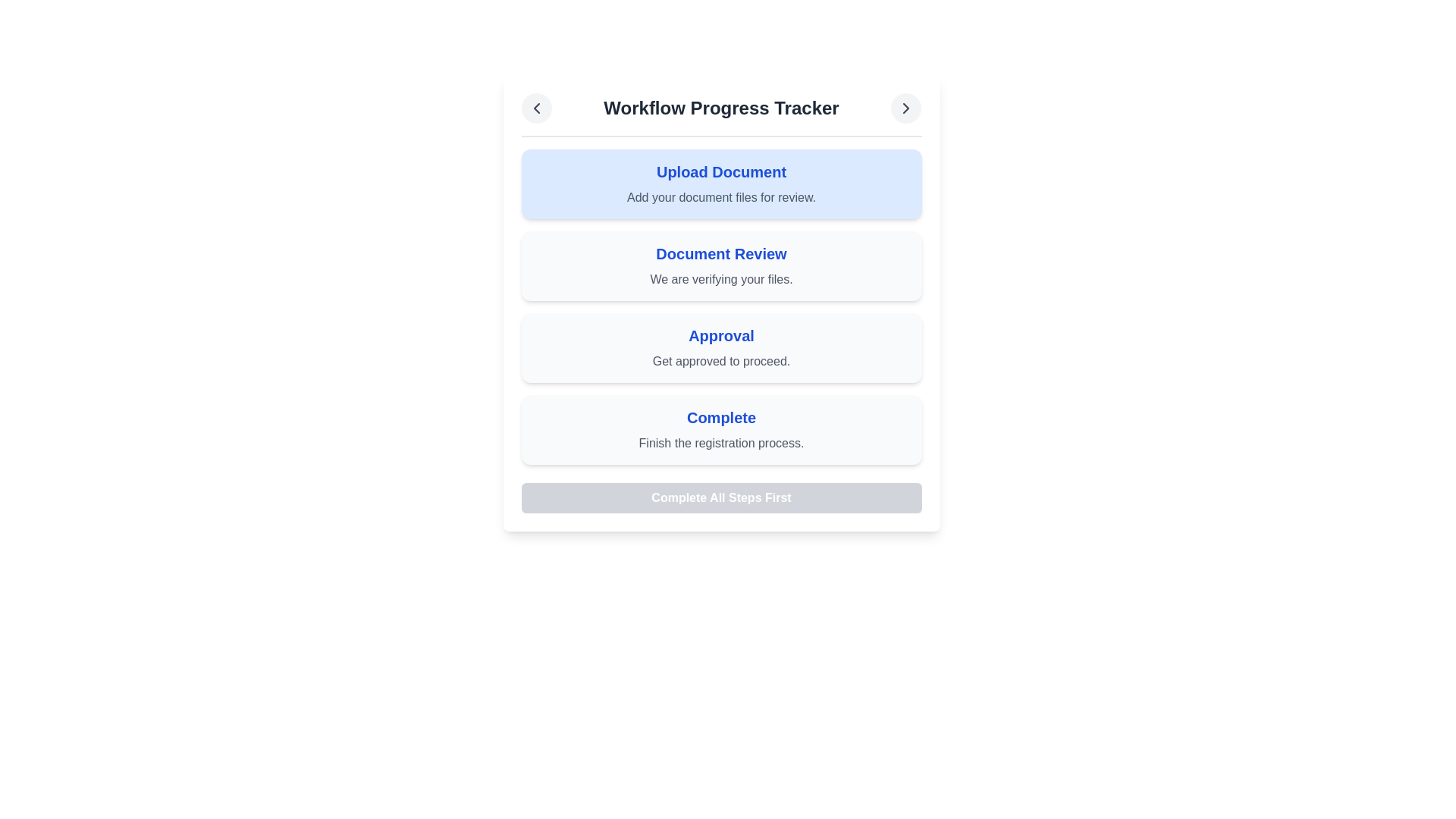 This screenshot has width=1456, height=819. What do you see at coordinates (906, 107) in the screenshot?
I see `the chevron icon located on the right side of the 'Workflow Progress Tracker' header` at bounding box center [906, 107].